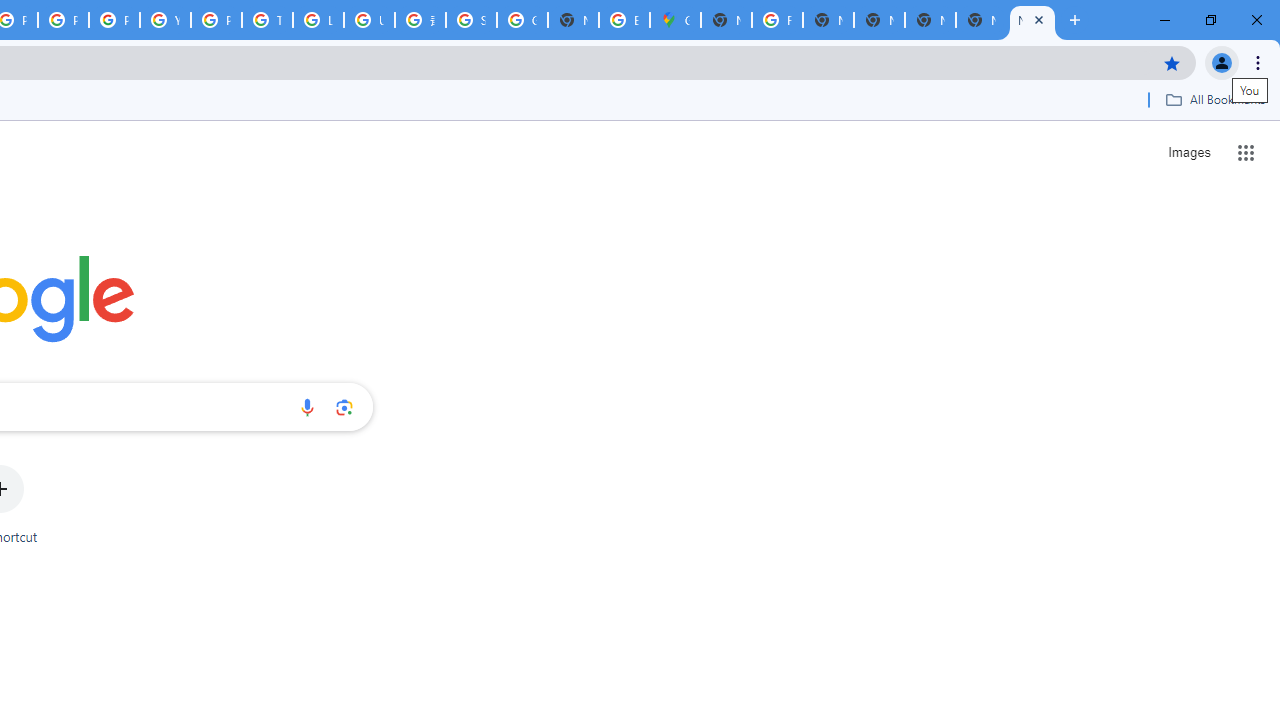 This screenshot has width=1280, height=720. Describe the element at coordinates (64, 20) in the screenshot. I see `'Privacy Help Center - Policies Help'` at that location.